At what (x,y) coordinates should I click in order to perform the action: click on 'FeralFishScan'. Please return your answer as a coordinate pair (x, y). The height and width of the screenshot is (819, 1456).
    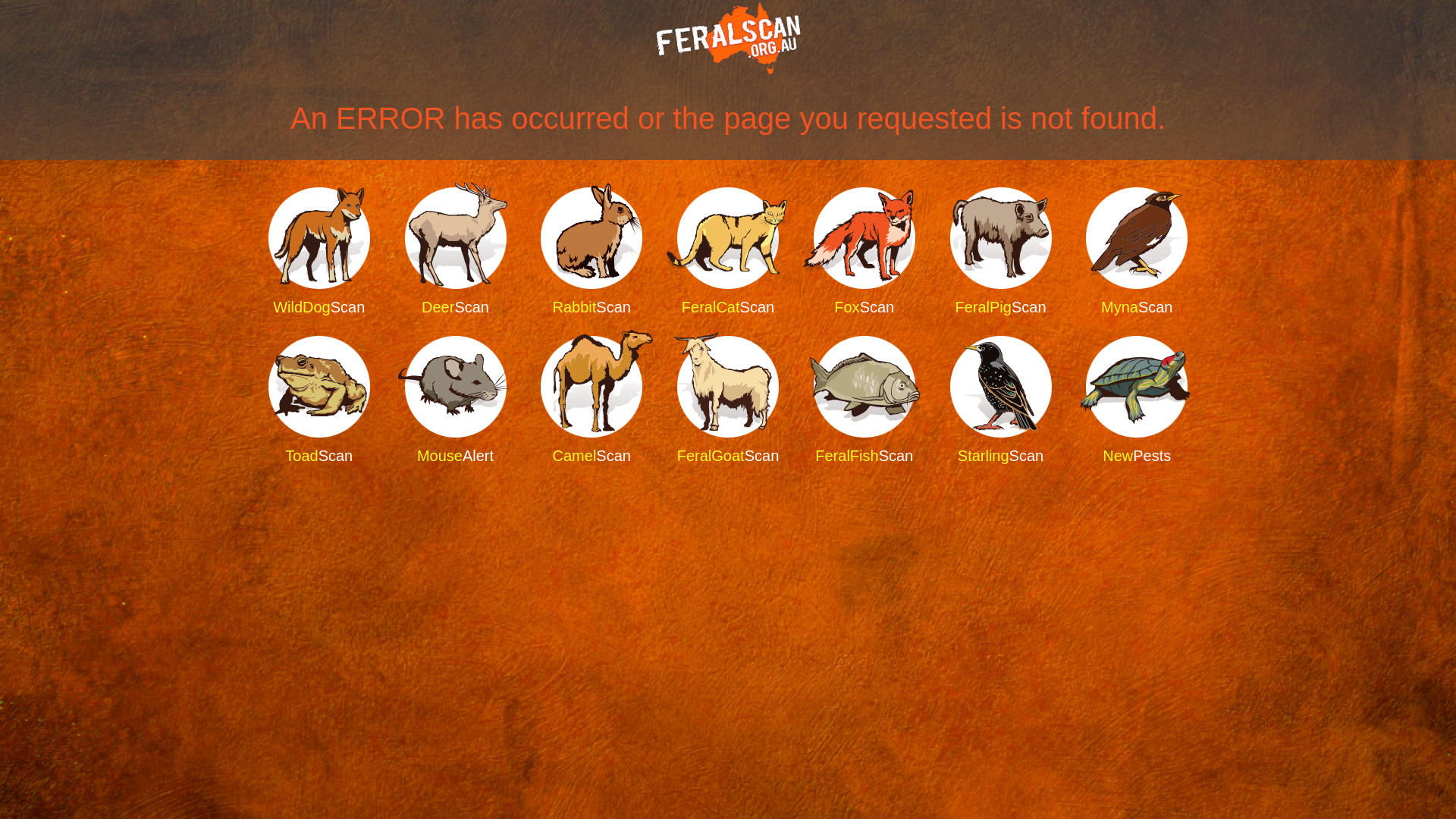
    Looking at the image, I should click on (864, 400).